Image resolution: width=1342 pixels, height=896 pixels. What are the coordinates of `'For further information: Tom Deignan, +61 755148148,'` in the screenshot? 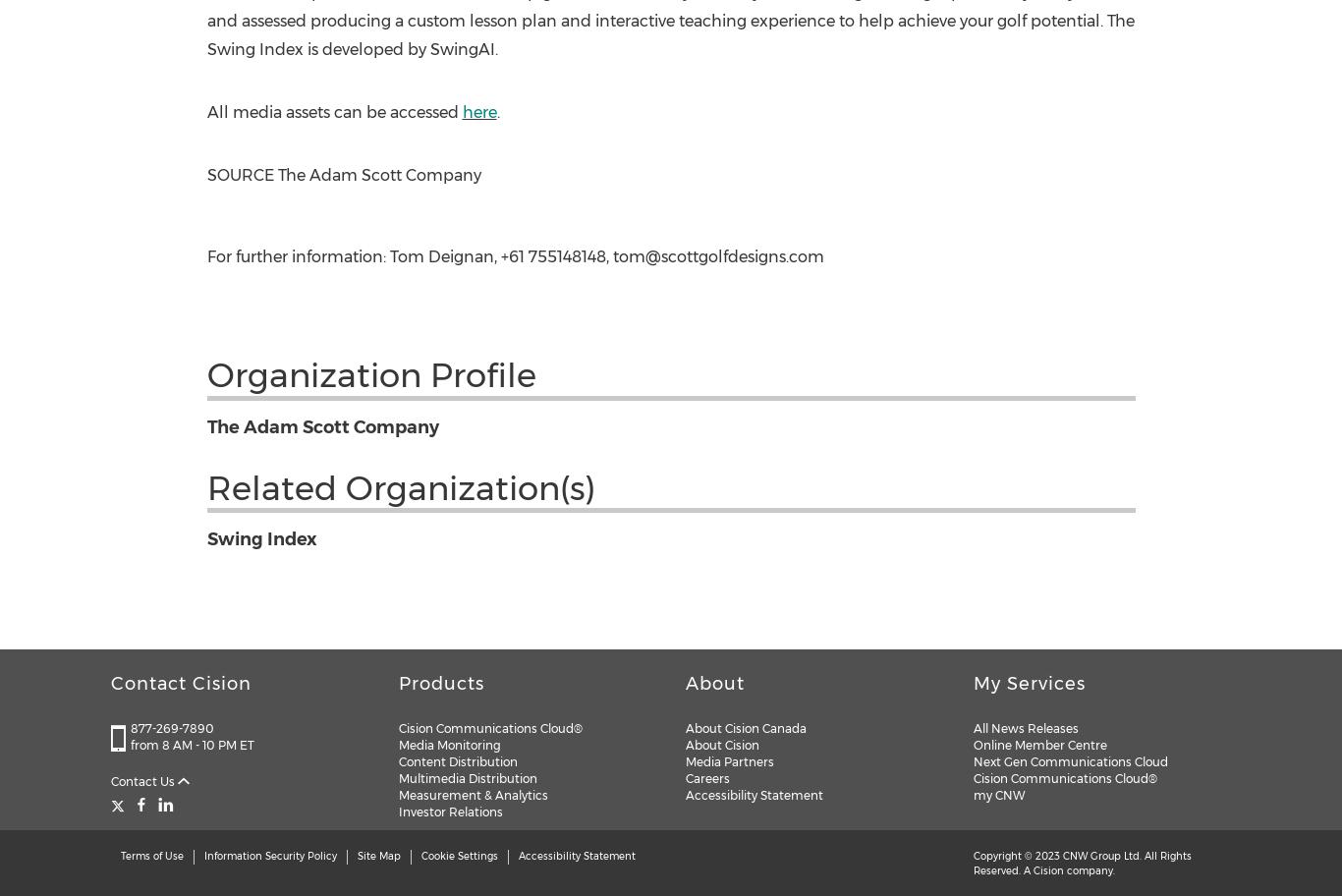 It's located at (408, 256).